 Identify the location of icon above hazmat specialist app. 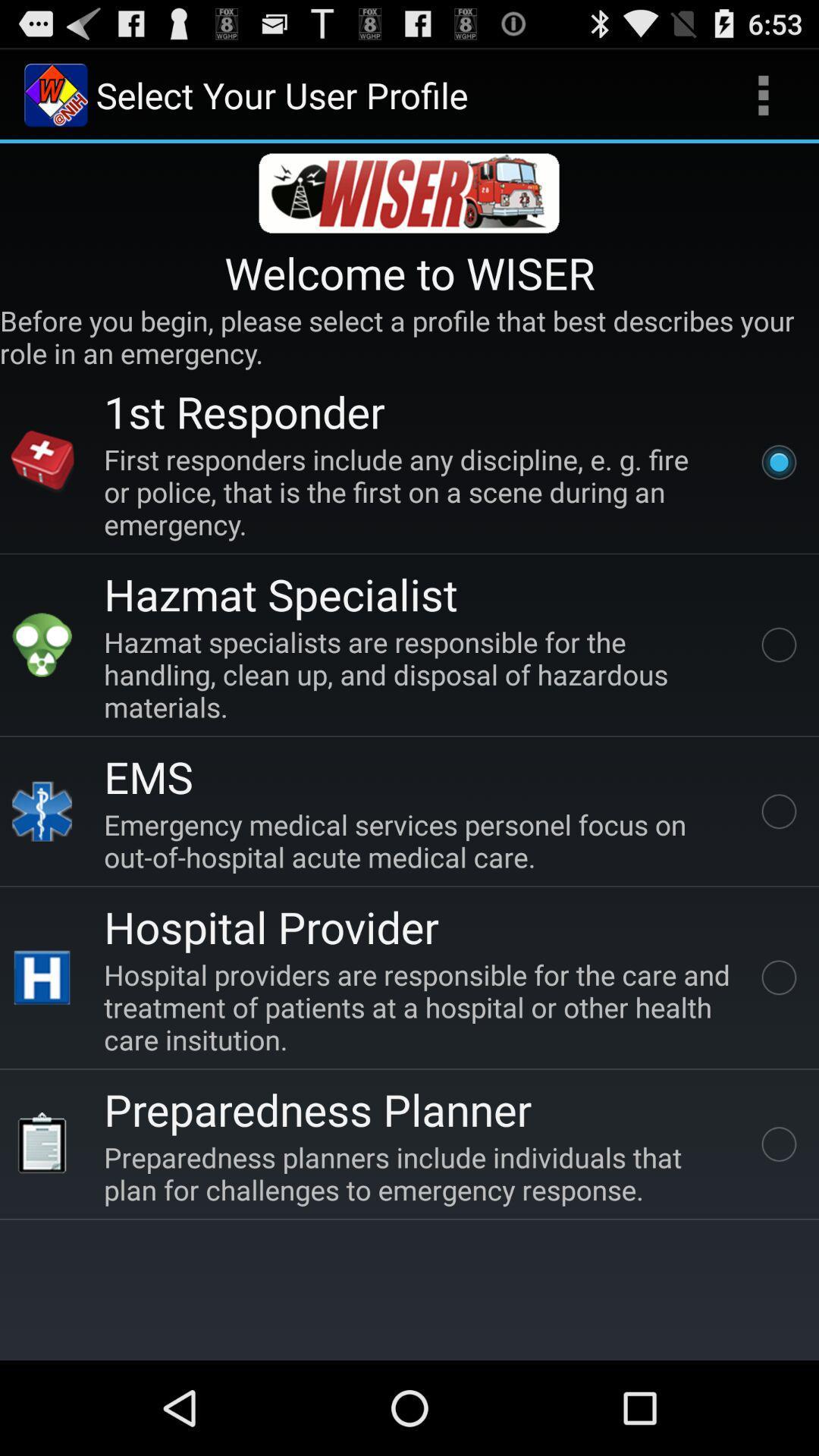
(420, 491).